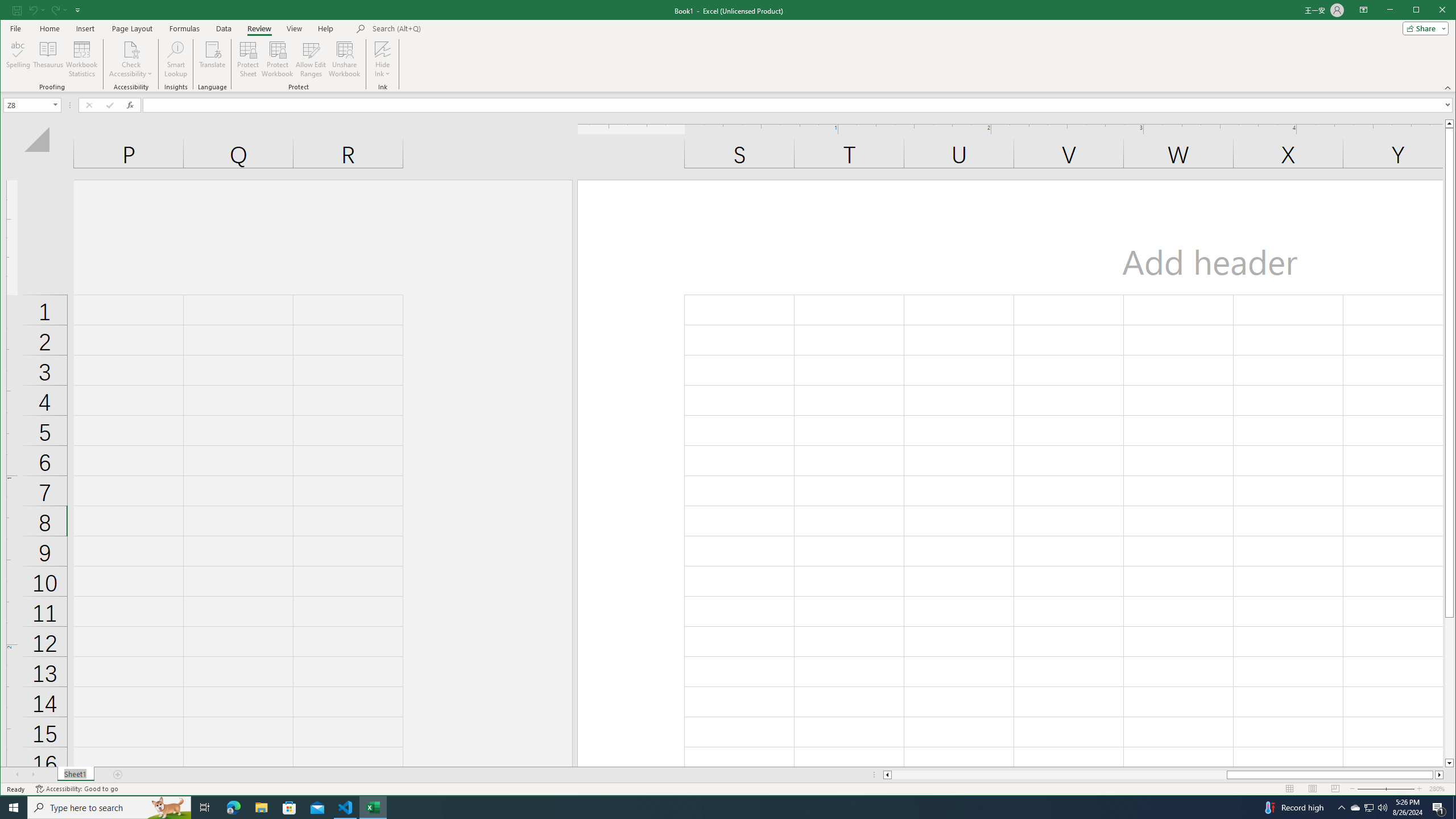 This screenshot has height=819, width=1456. Describe the element at coordinates (1381, 806) in the screenshot. I see `'Q2790: 100%'` at that location.